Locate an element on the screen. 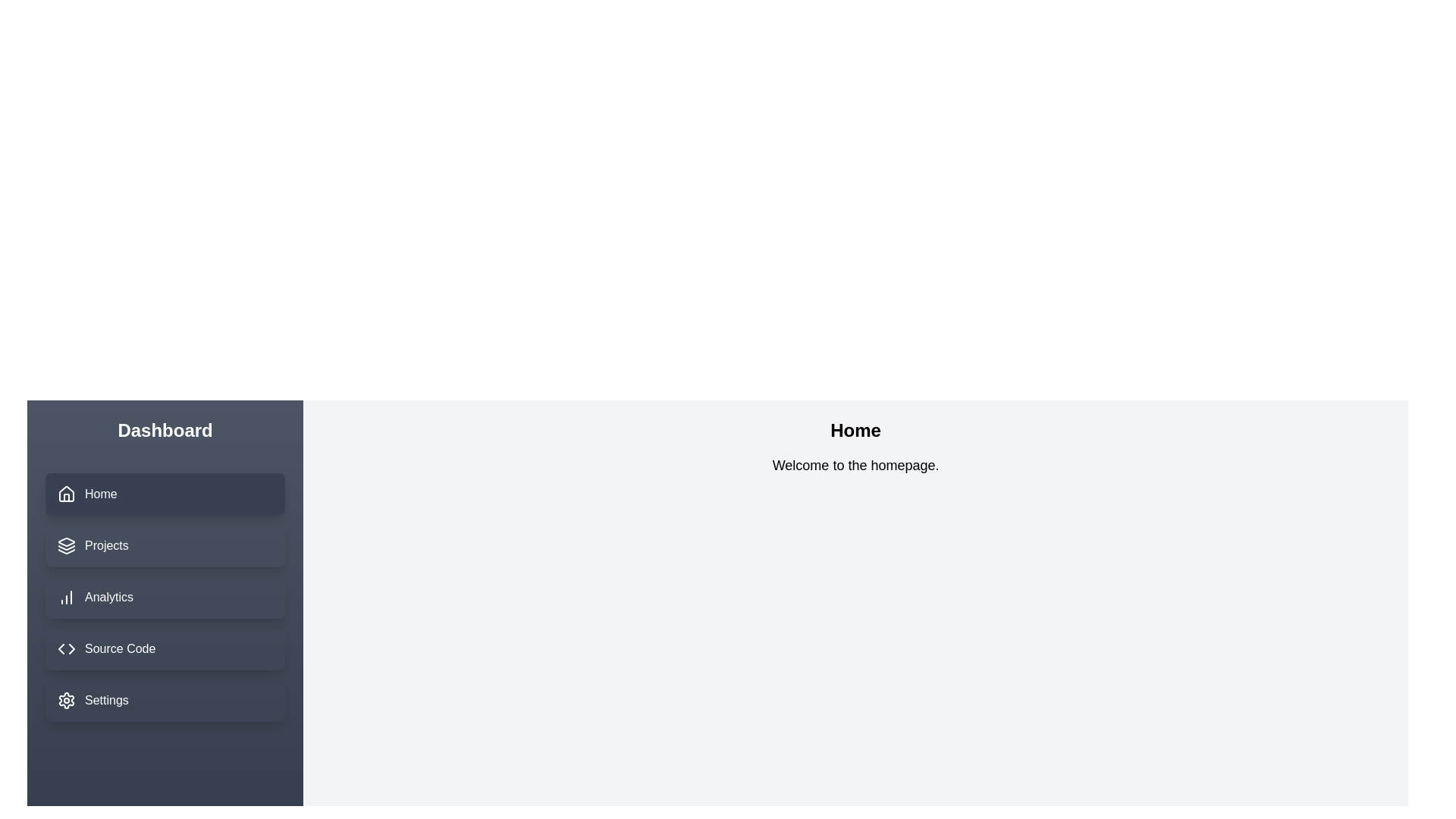 The width and height of the screenshot is (1456, 819). the 'Settings' icon located in the navigation menu at the bottom section, adjacent to the text label 'Settings' is located at coordinates (65, 701).